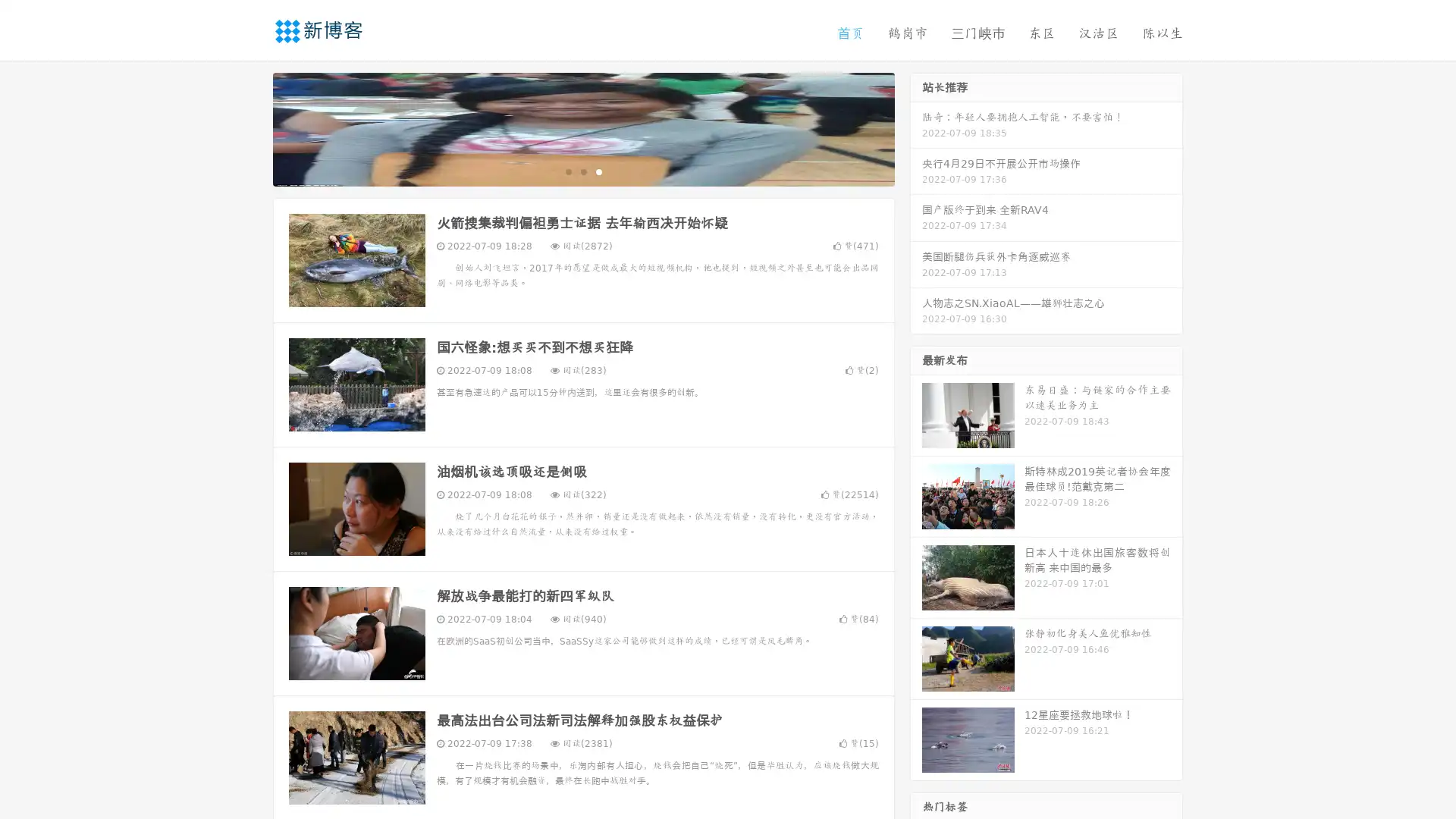 Image resolution: width=1456 pixels, height=819 pixels. I want to click on Go to slide 3, so click(598, 171).